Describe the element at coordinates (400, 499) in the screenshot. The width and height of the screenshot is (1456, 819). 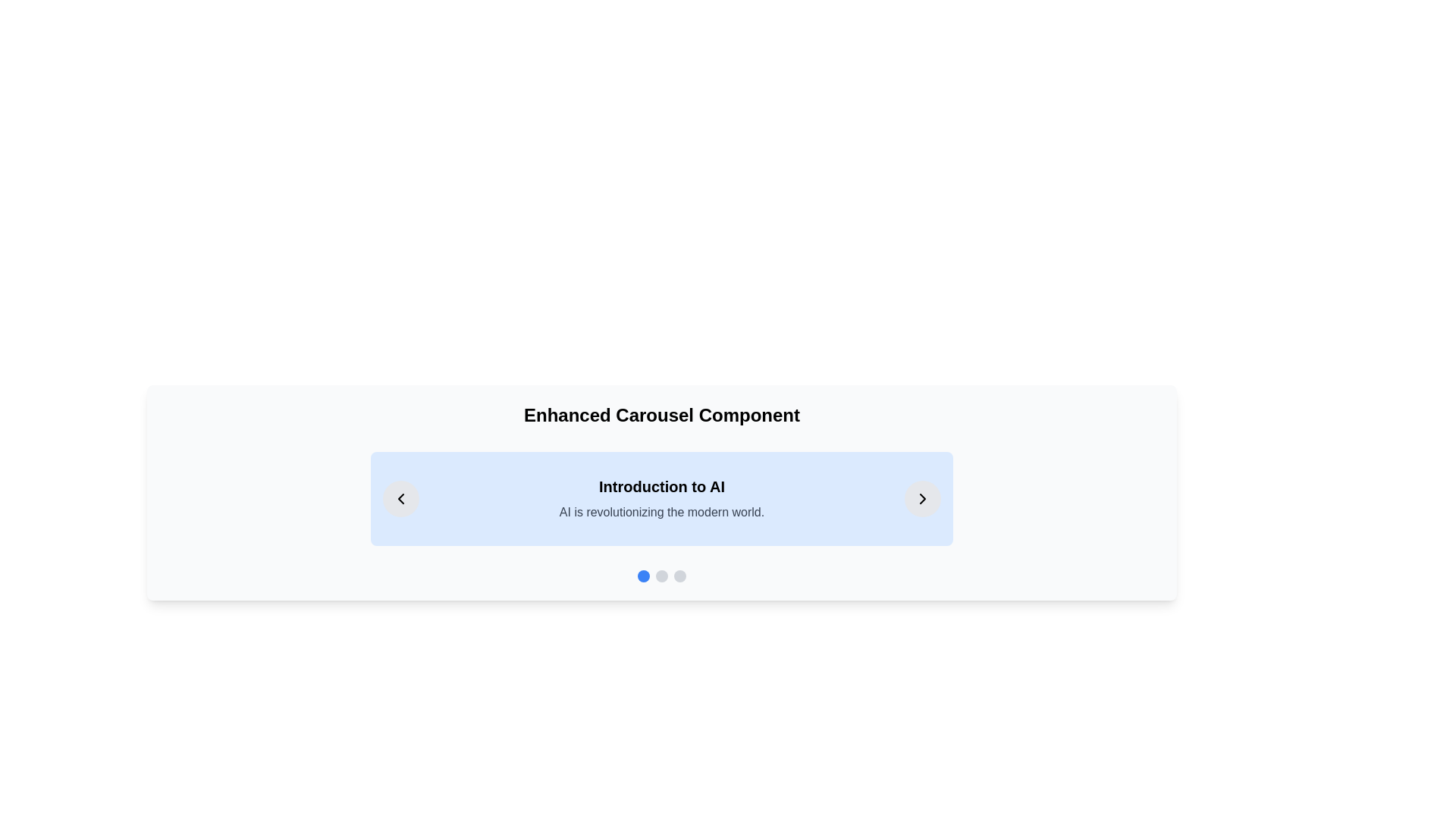
I see `the navigation button on the left side of the carousel labeled 'Introduction to AI'` at that location.